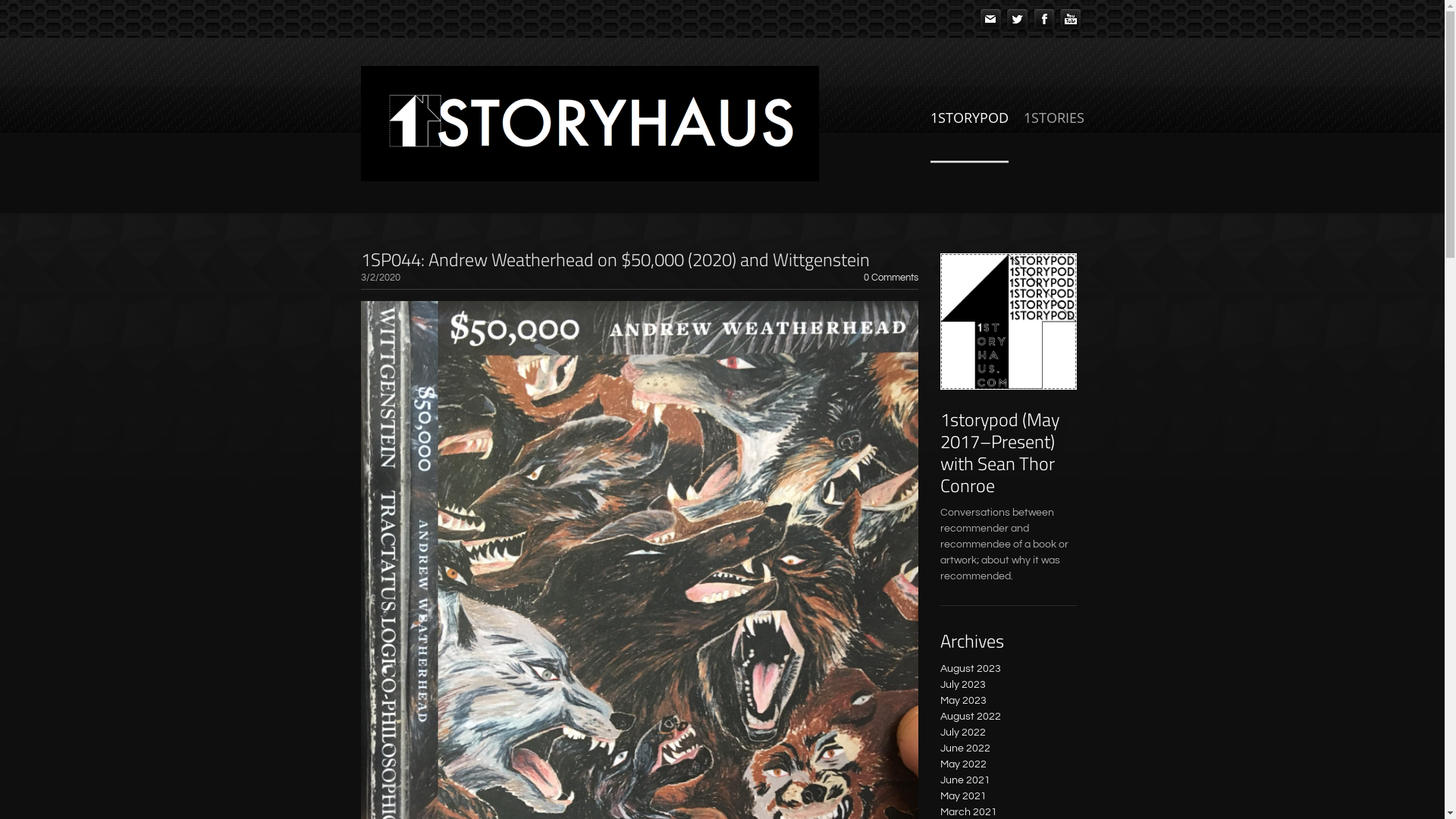 Image resolution: width=1456 pixels, height=819 pixels. Describe the element at coordinates (962, 684) in the screenshot. I see `'July 2023'` at that location.